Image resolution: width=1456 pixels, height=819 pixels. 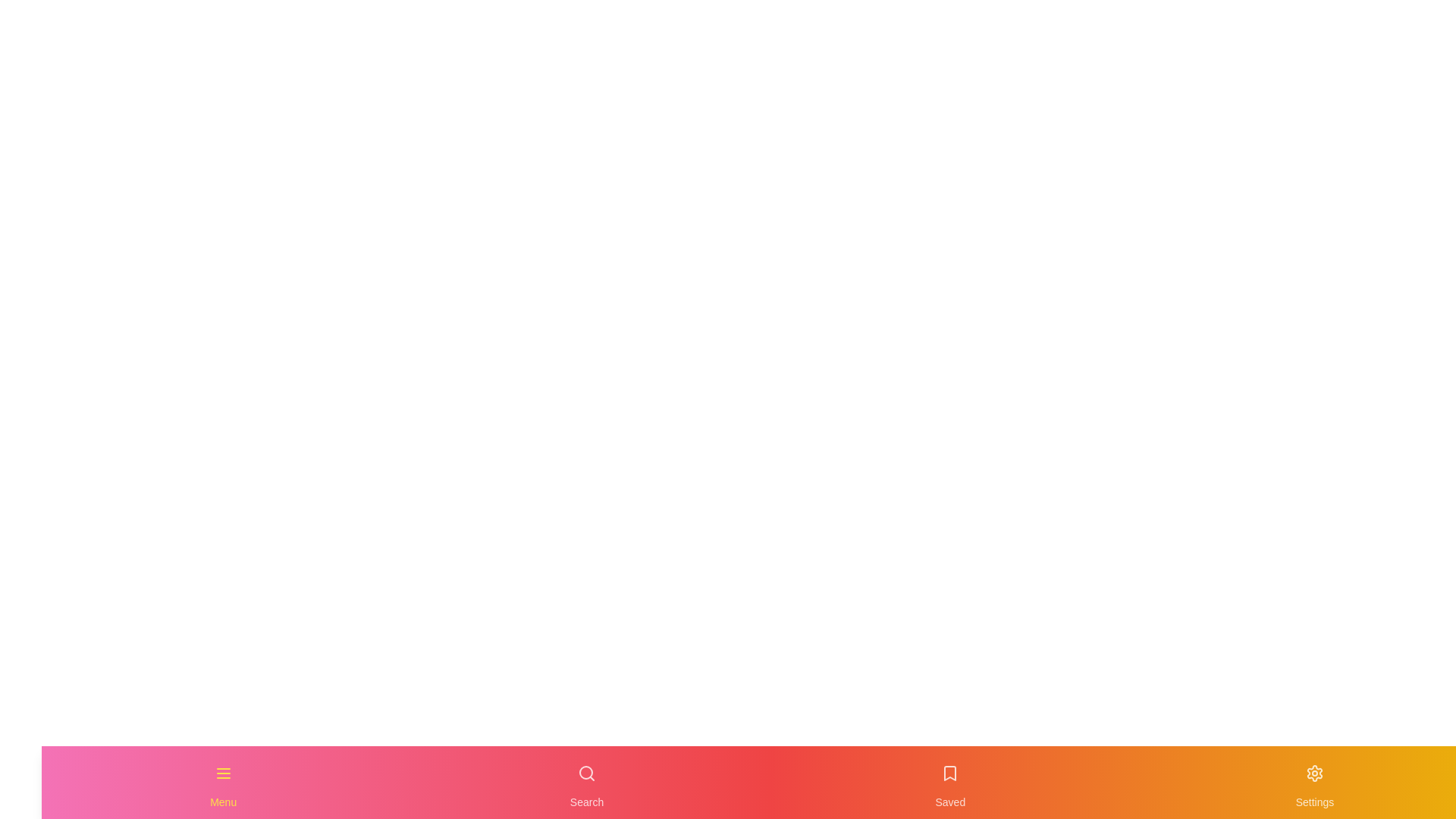 I want to click on the Settings navigation item to activate it, so click(x=1313, y=783).